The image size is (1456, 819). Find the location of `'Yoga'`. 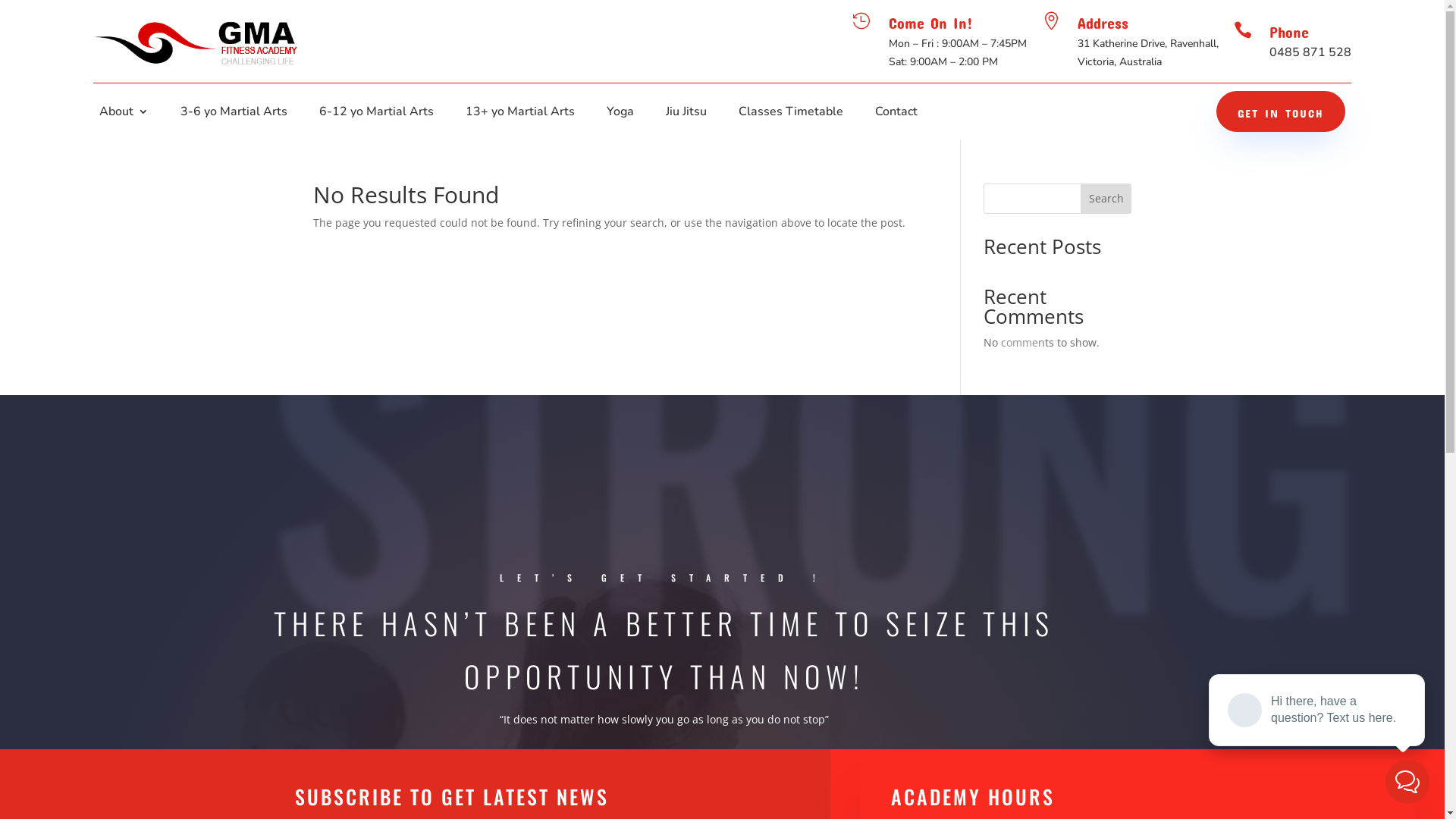

'Yoga' is located at coordinates (620, 113).